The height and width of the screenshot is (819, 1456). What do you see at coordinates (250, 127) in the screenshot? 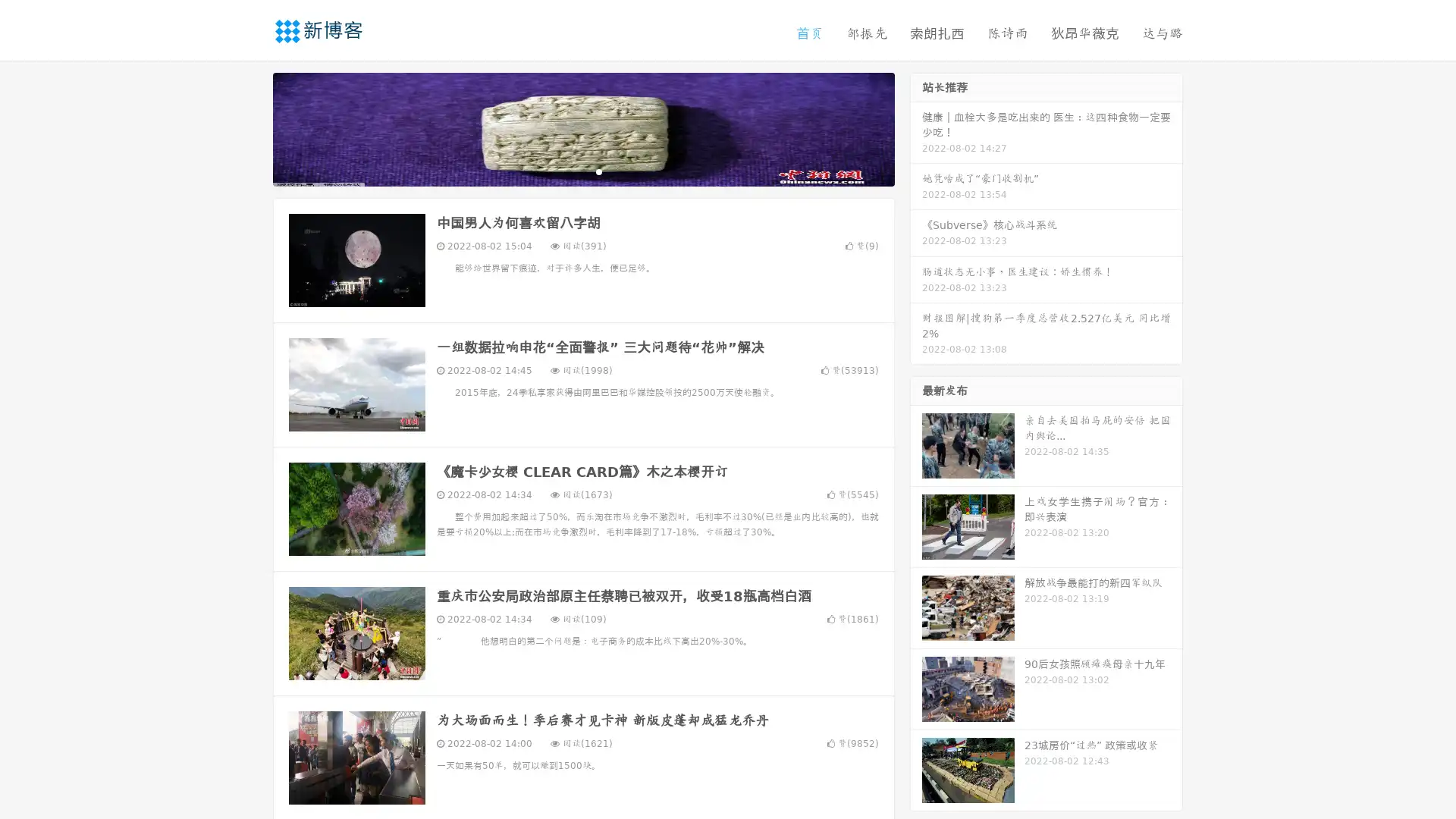
I see `Previous slide` at bounding box center [250, 127].